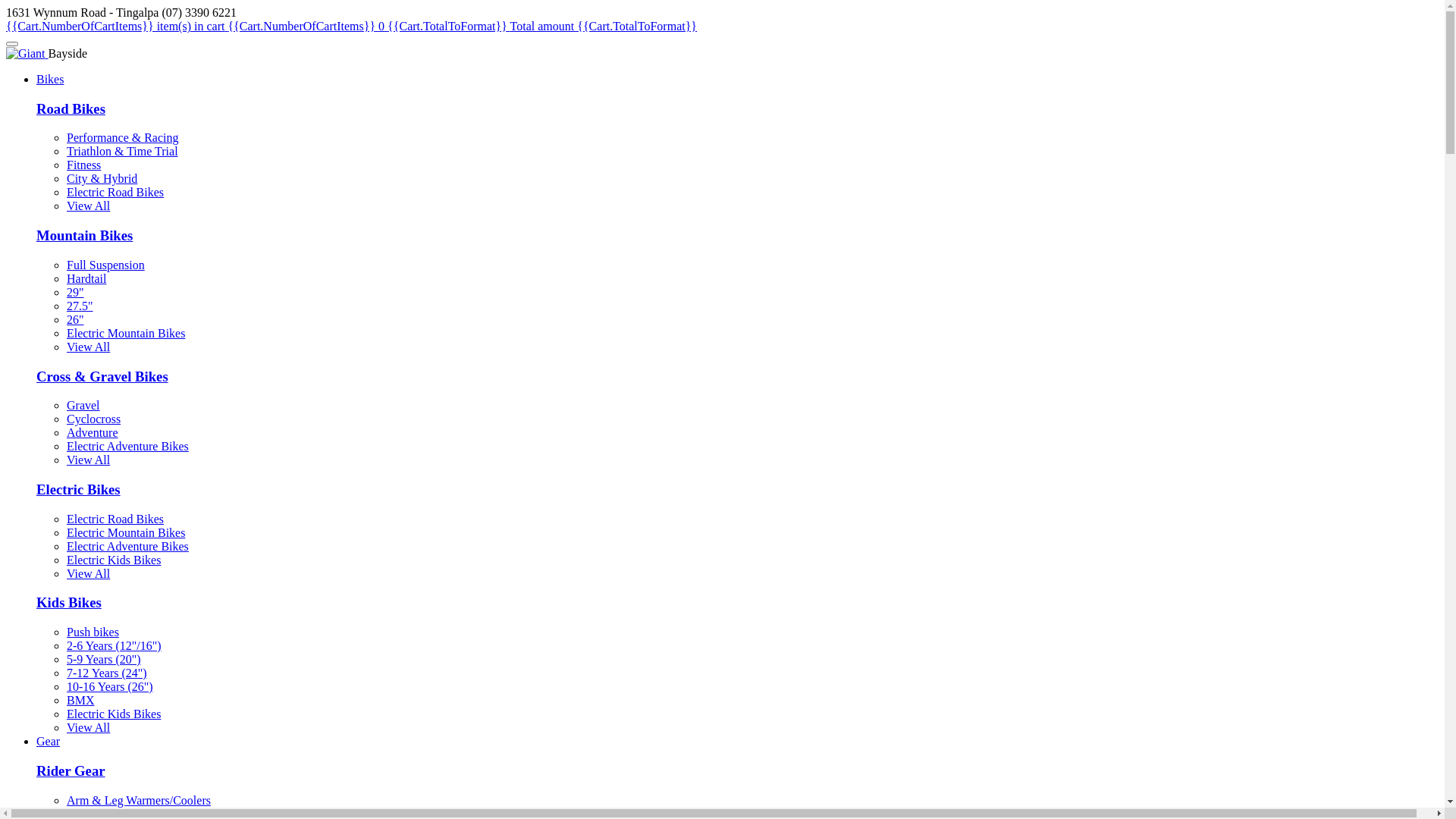 This screenshot has width=1456, height=819. I want to click on 'Full Suspension', so click(105, 264).